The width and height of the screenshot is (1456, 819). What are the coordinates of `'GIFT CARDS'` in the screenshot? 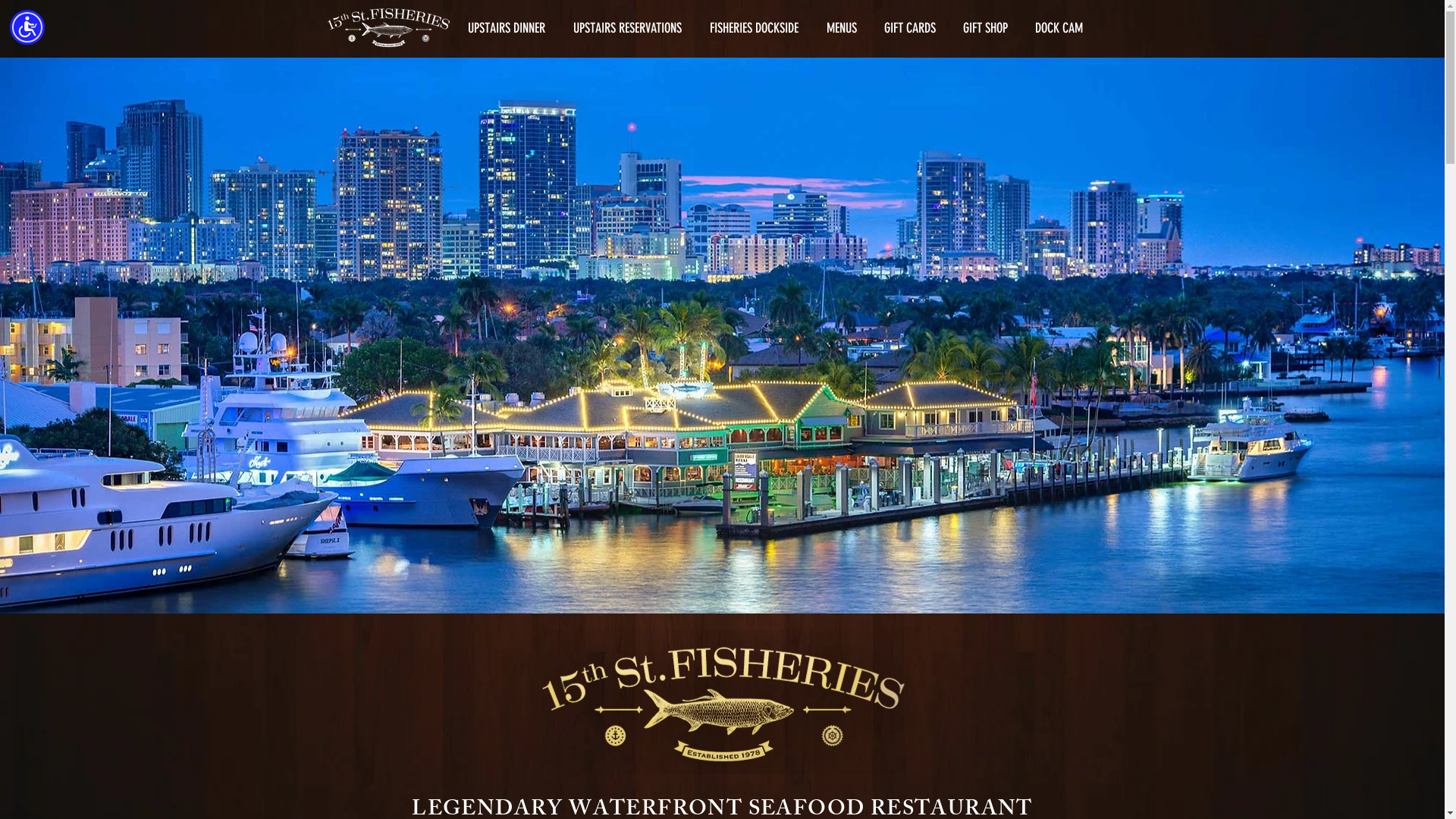 It's located at (910, 28).